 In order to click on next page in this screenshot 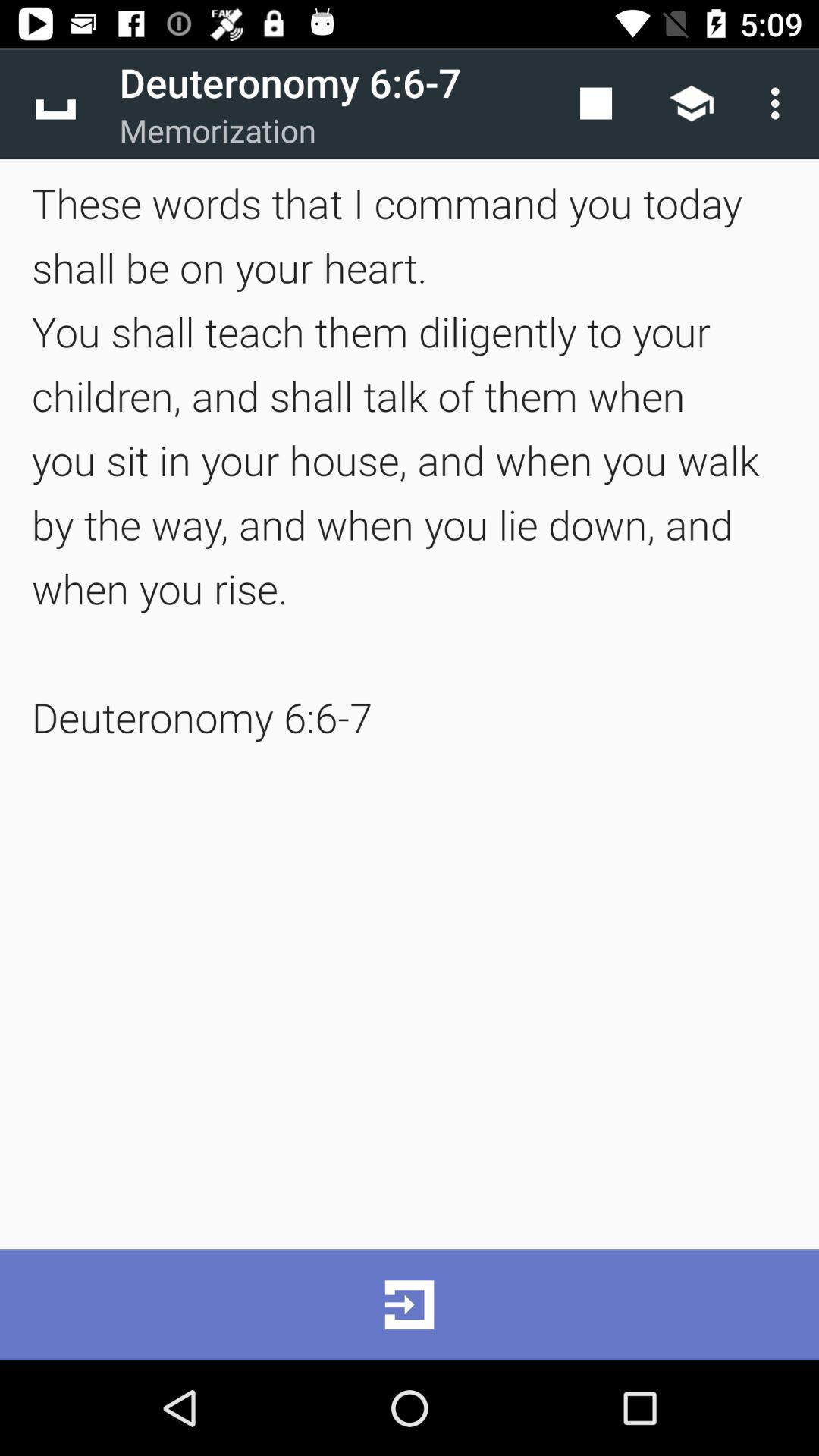, I will do `click(409, 1304)`.